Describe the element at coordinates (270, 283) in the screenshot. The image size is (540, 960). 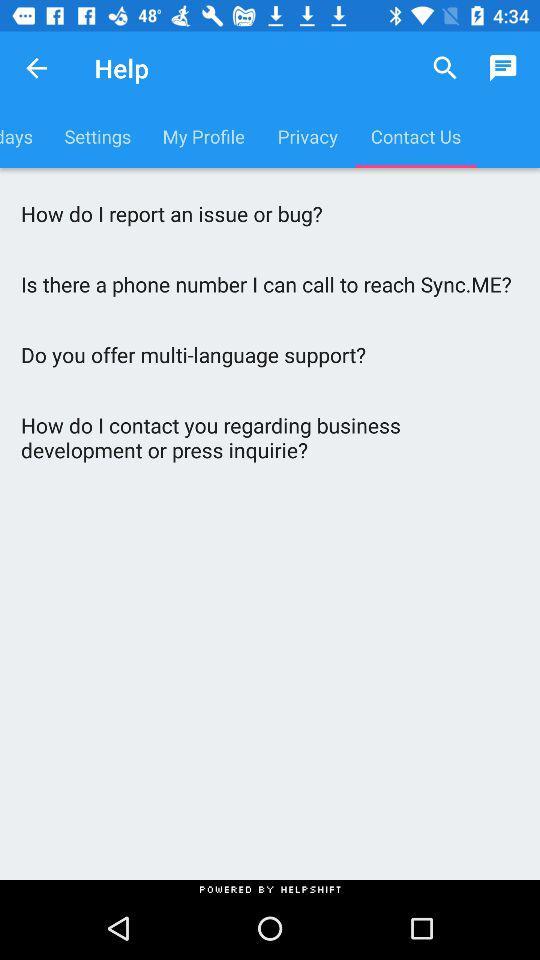
I see `item below the how do i icon` at that location.